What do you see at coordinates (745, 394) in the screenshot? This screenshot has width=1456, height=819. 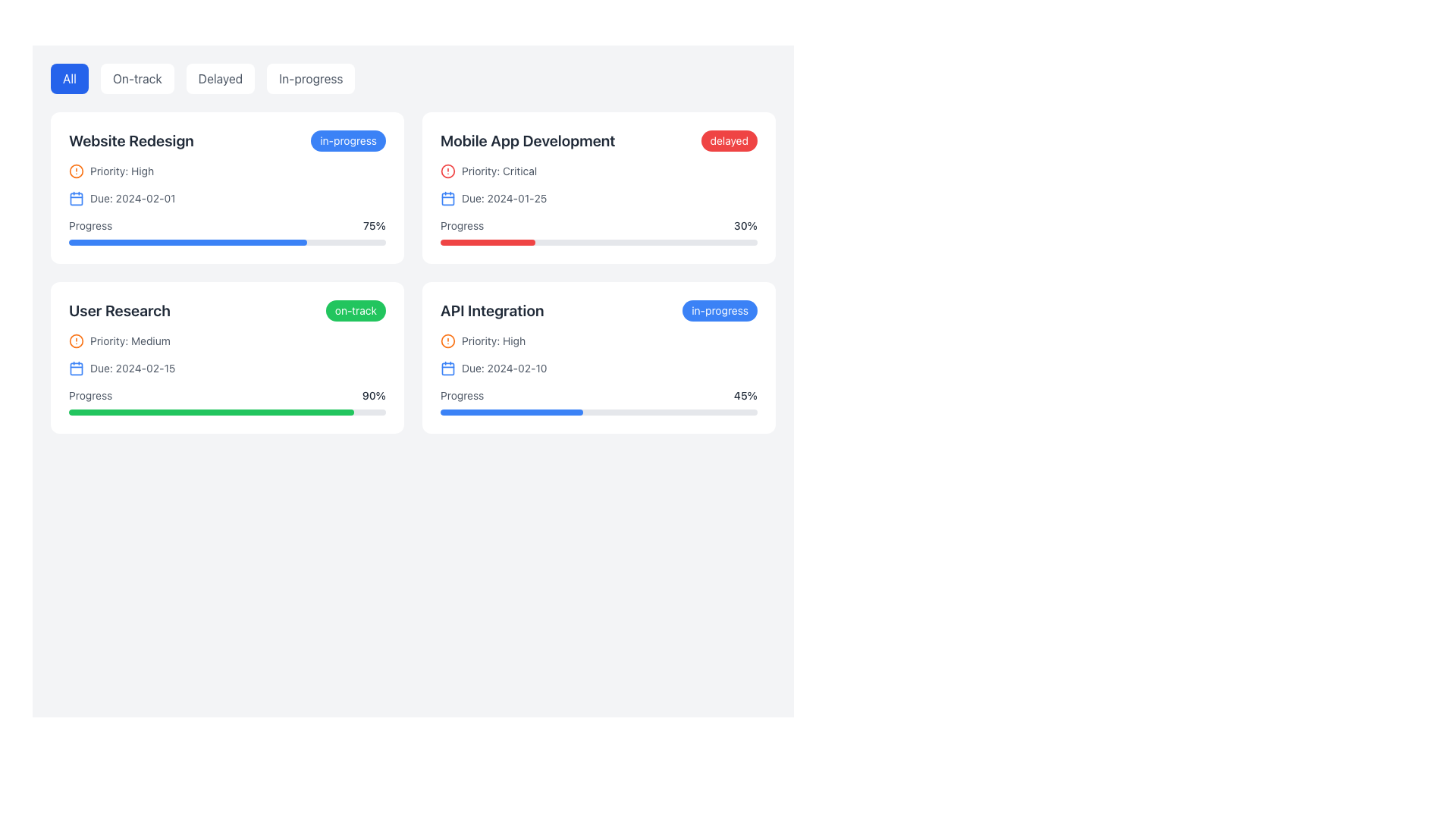 I see `the static text element that indicates the progress metric, located in the bottom-right quadrant of the 'API Integration' card` at bounding box center [745, 394].